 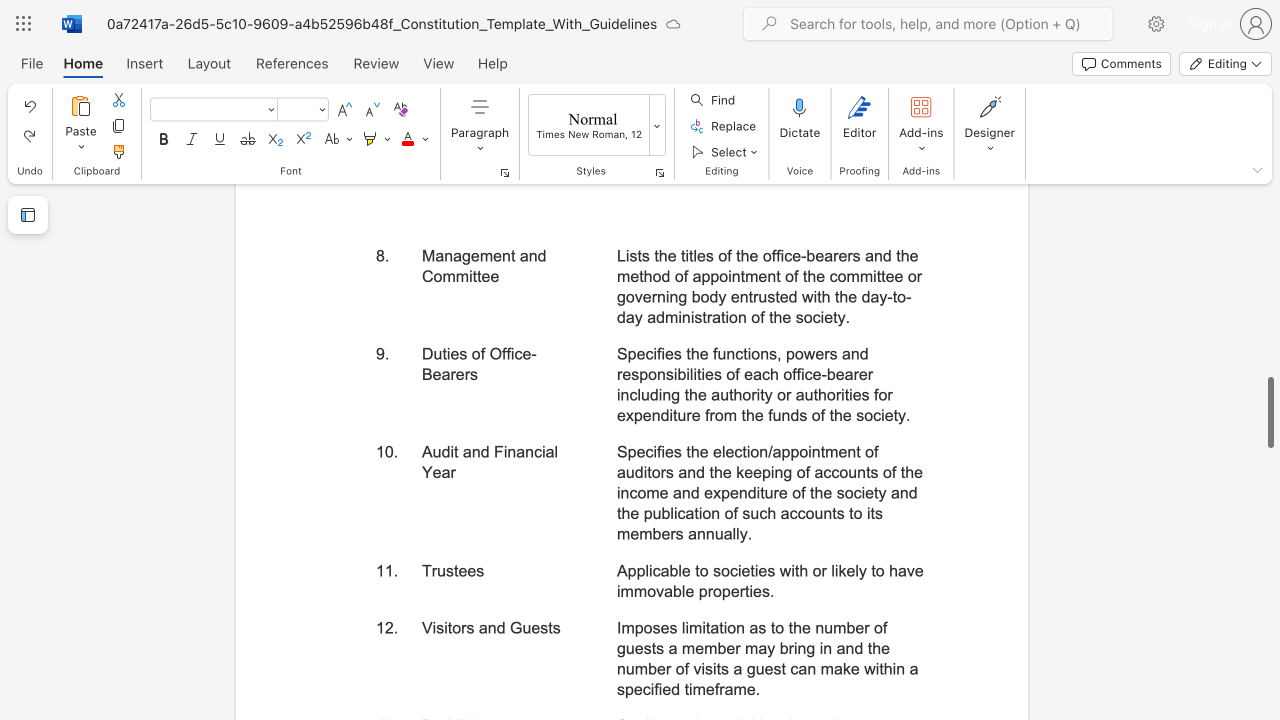 I want to click on the subset text "ly" within the text "Specifies the election/appointment of auditors and the keeping of accounts of the income and expenditure of the society and the publication of such accounts to its members annually.", so click(x=735, y=533).